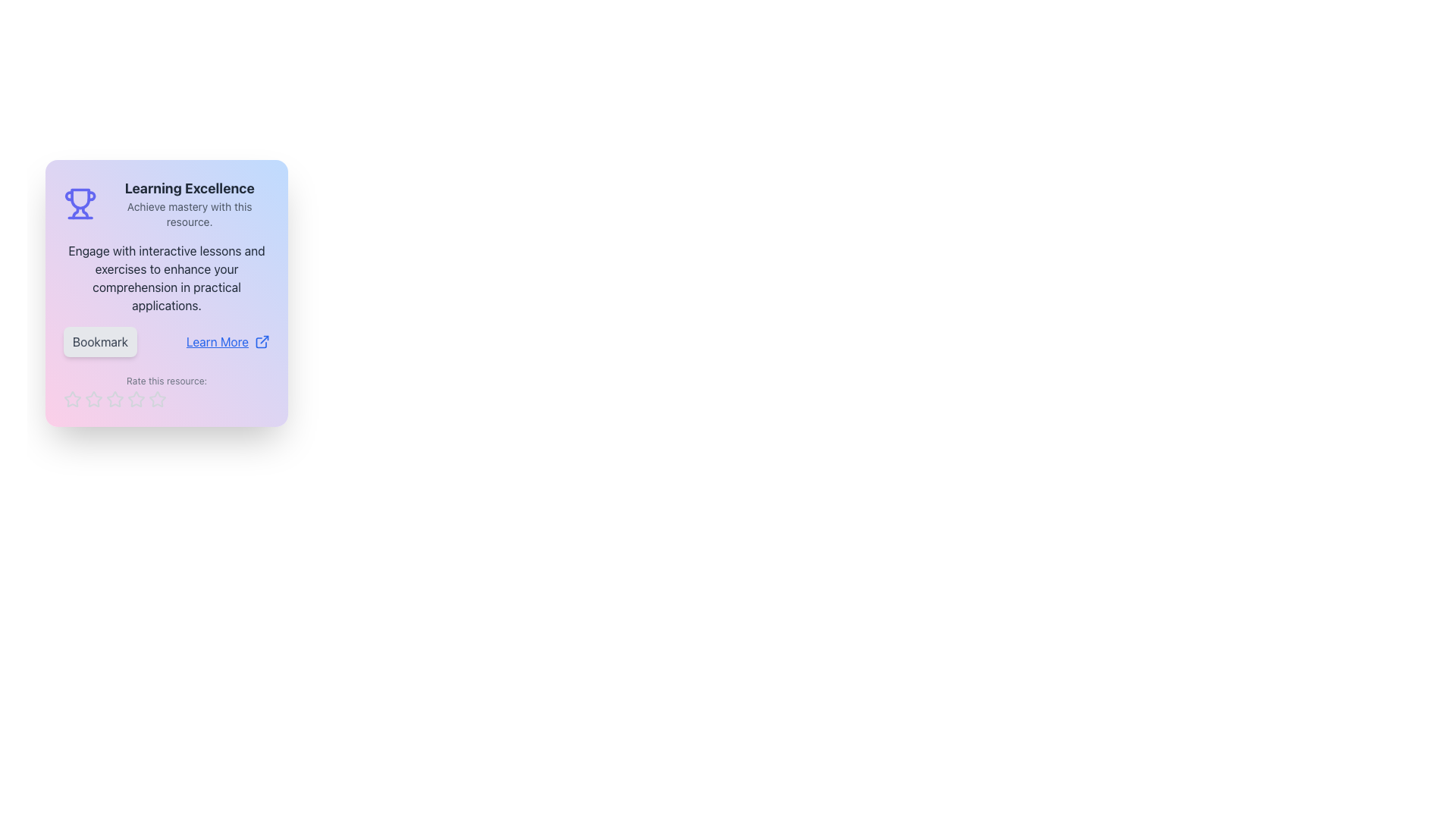  Describe the element at coordinates (80, 198) in the screenshot. I see `the trophy icon located in the top-left section of the 'Learning Excellence' card, which signifies achievement or excellence` at that location.